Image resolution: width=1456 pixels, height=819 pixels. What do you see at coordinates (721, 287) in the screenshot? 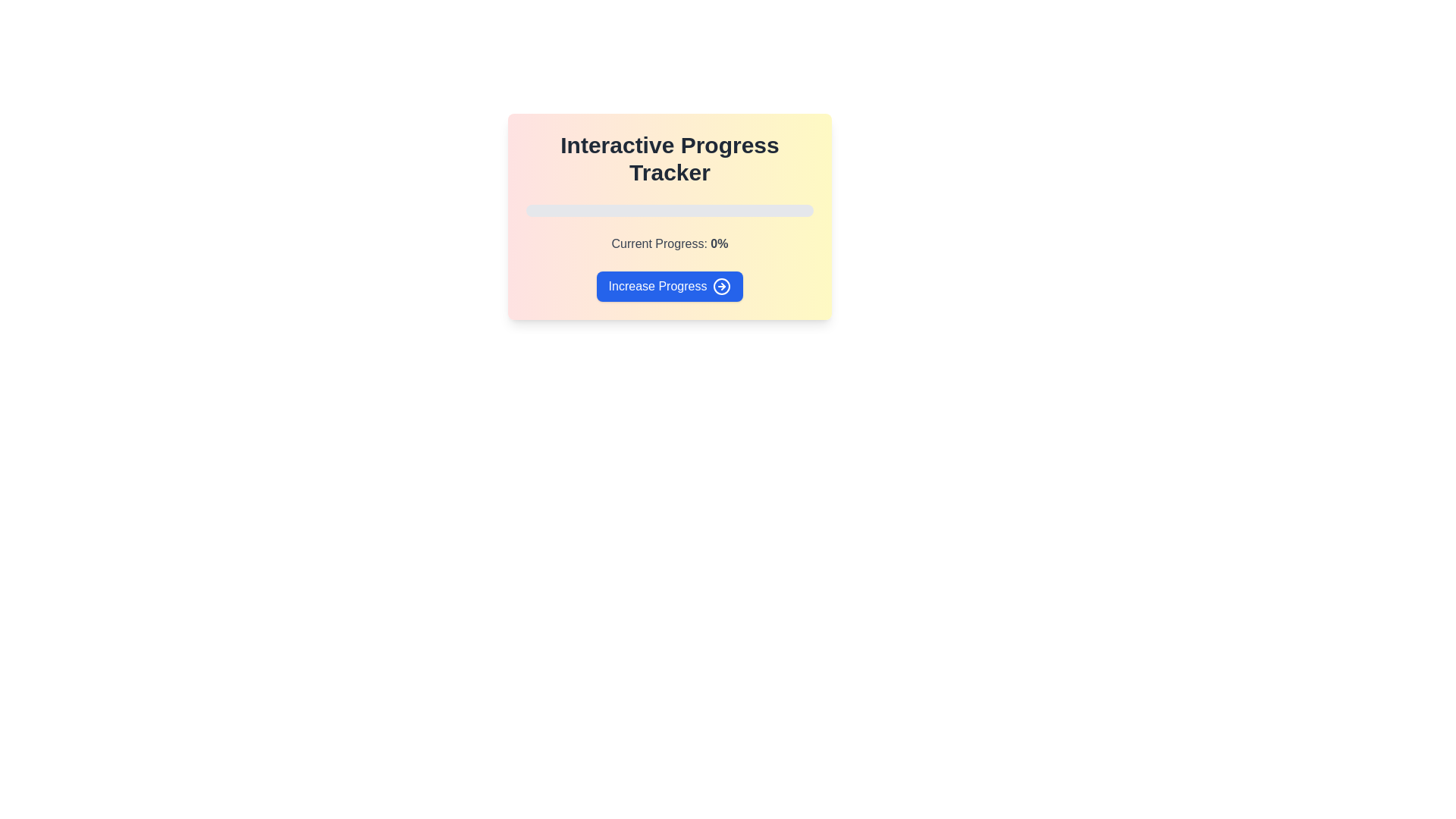
I see `the SVG circle element that serves as a decorative component of the 'Increase Progress' button, which enhances its presentation with a circular arrow icon` at bounding box center [721, 287].